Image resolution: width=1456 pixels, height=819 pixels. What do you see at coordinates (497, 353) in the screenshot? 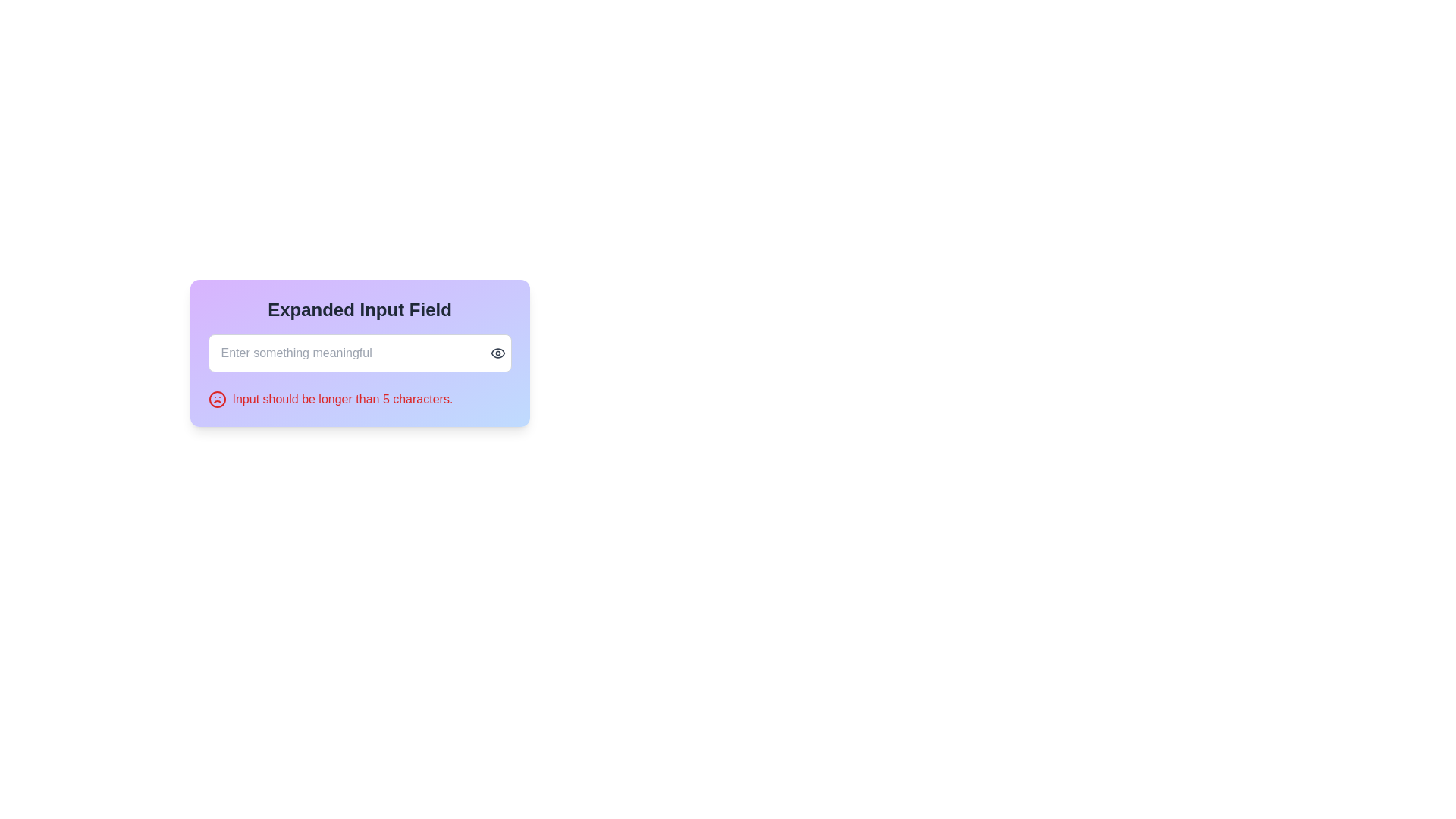
I see `the eye-shaped SVG icon located at the top-right of the text input field labeled 'Enter something meaningful'` at bounding box center [497, 353].